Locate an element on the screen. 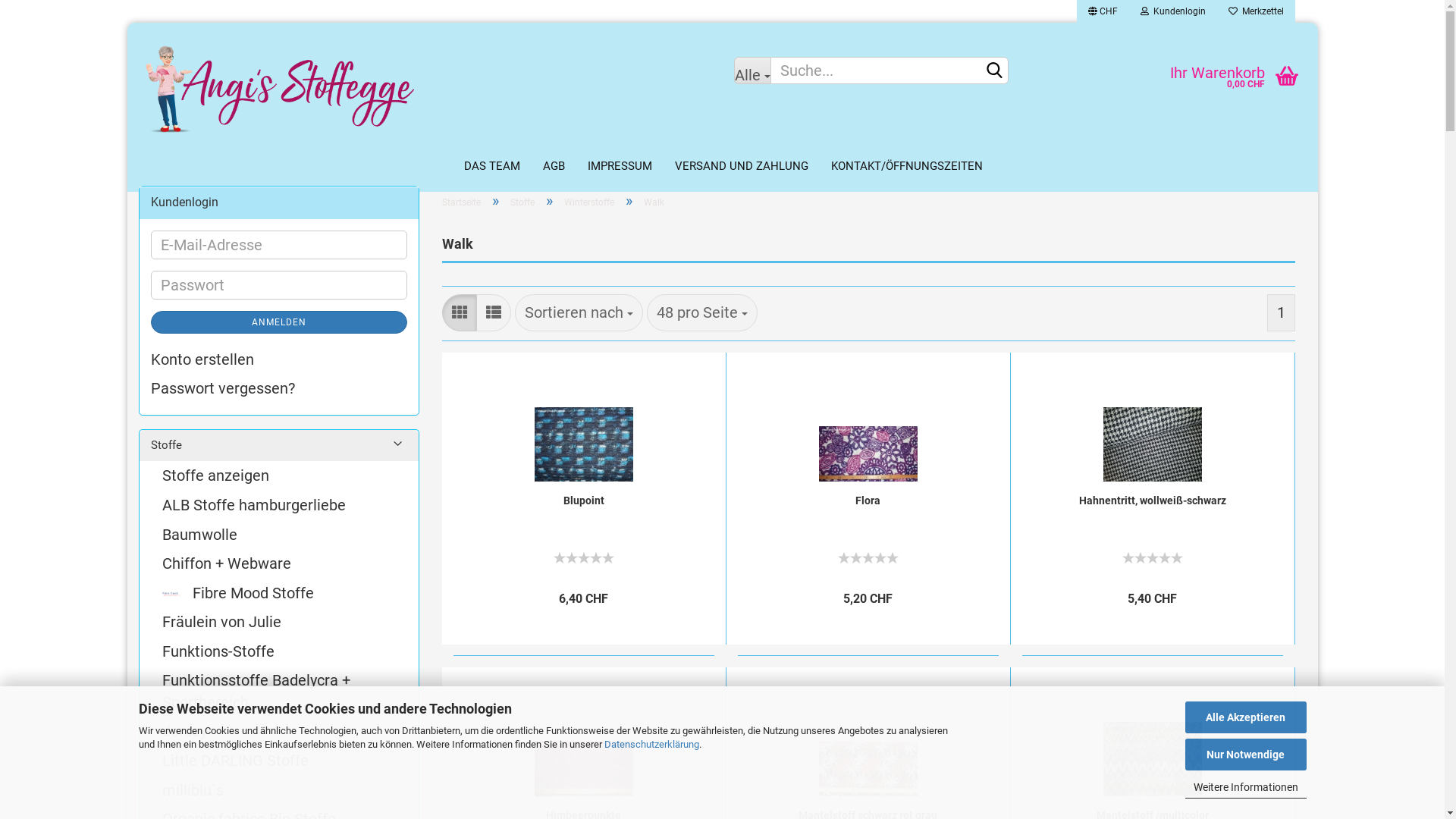  'Little DARLING Stoffe' is located at coordinates (279, 761).